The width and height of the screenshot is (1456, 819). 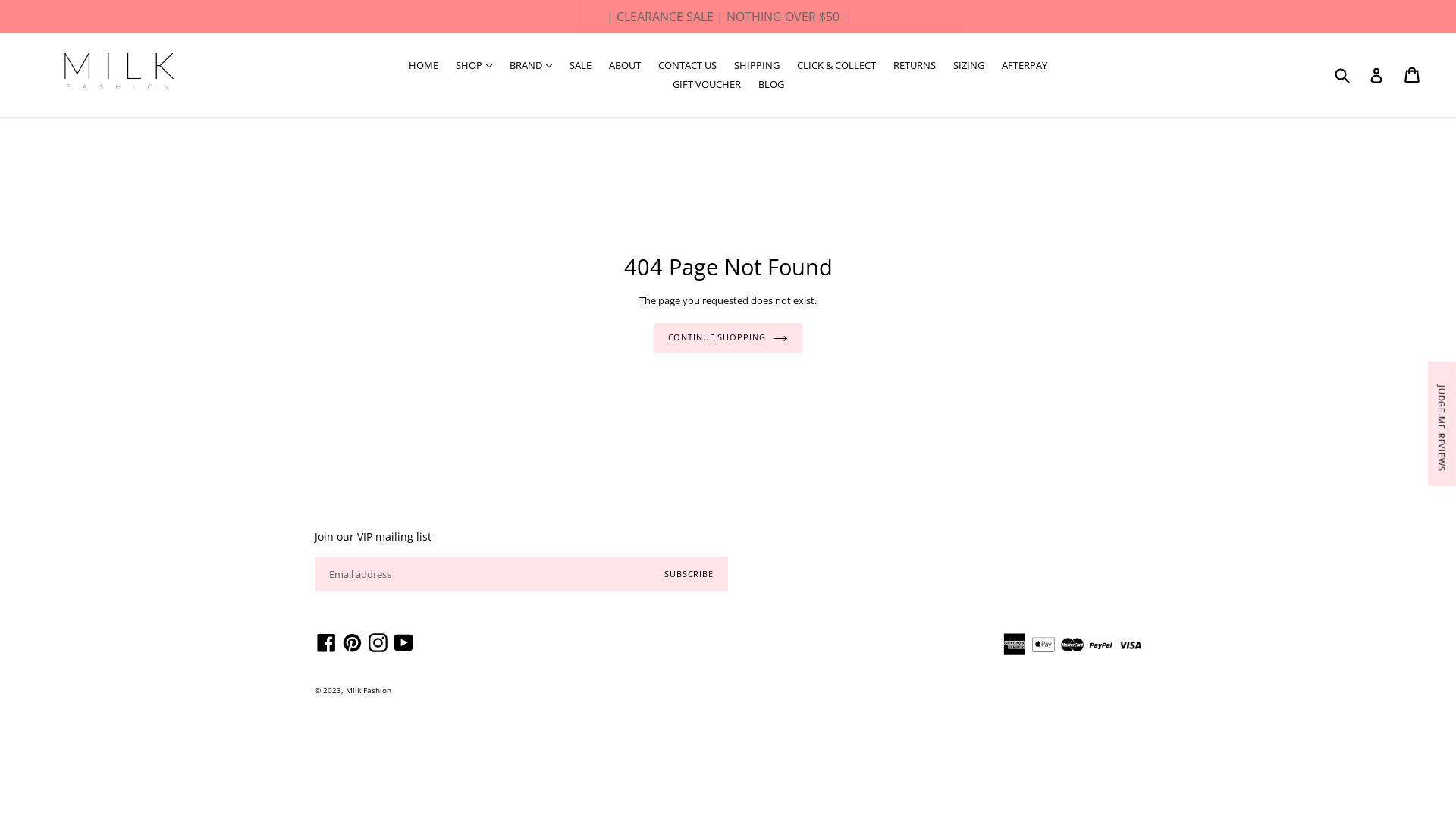 What do you see at coordinates (664, 84) in the screenshot?
I see `'GIFT VOUCHER'` at bounding box center [664, 84].